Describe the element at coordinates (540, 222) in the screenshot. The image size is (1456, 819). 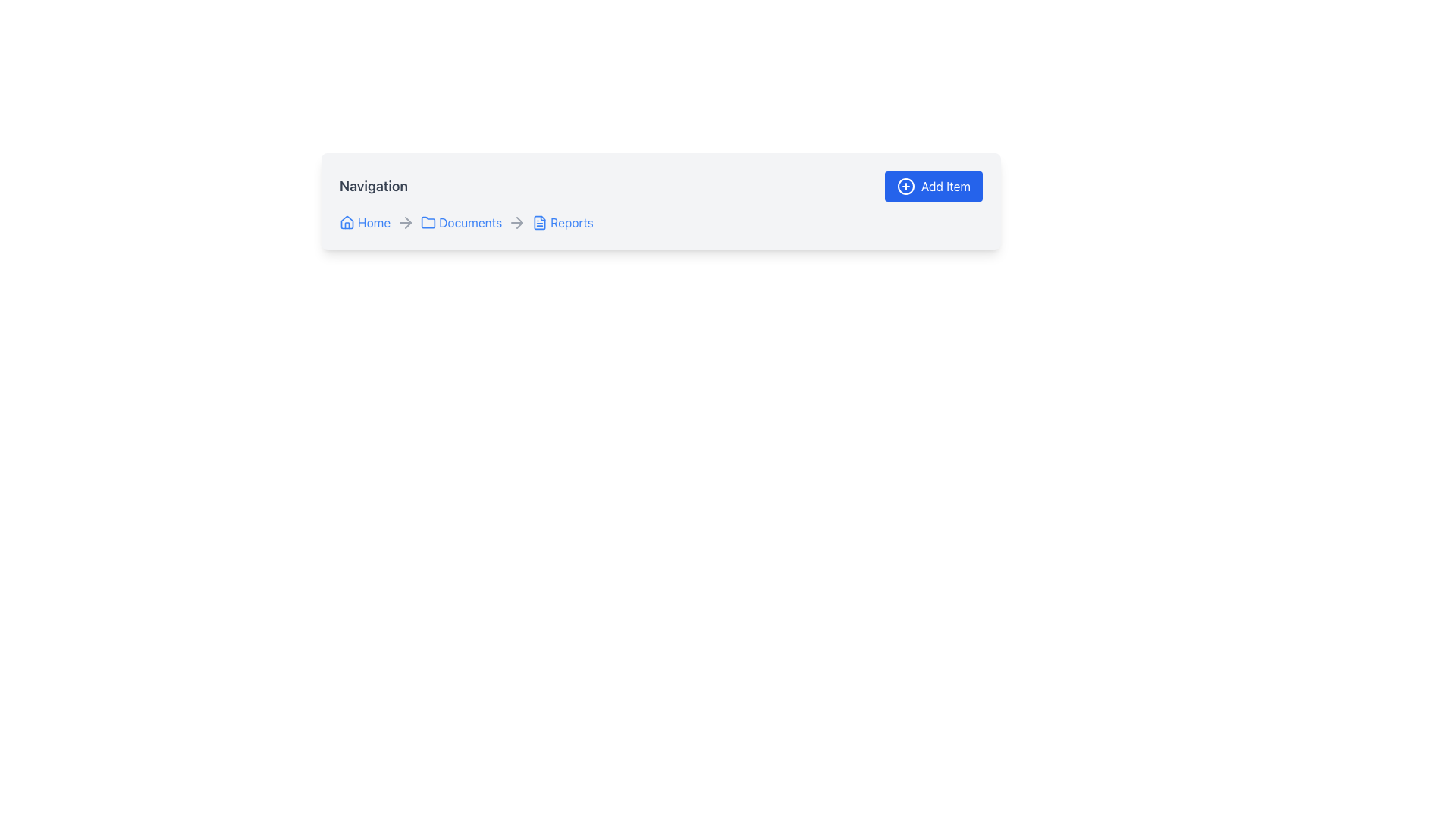
I see `the document icon with a blue outline located in the breadcrumb navigation next to the 'Reports' text` at that location.